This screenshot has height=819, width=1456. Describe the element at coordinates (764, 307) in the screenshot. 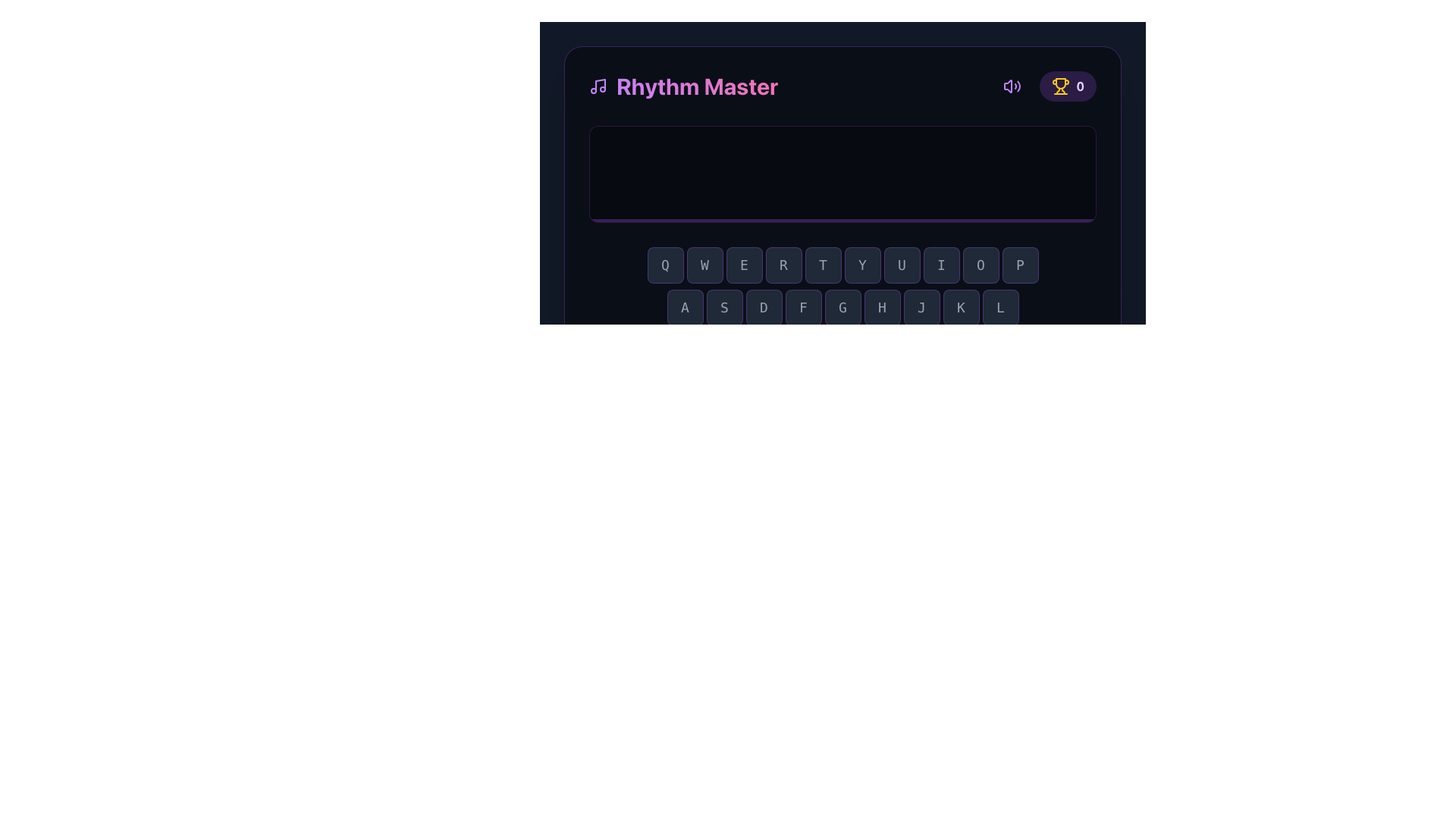

I see `the letter key button labeled 'D', which is the third button in a horizontal row of keys, positioned between 'S' and 'F', located at the bottom-center of the interface` at that location.